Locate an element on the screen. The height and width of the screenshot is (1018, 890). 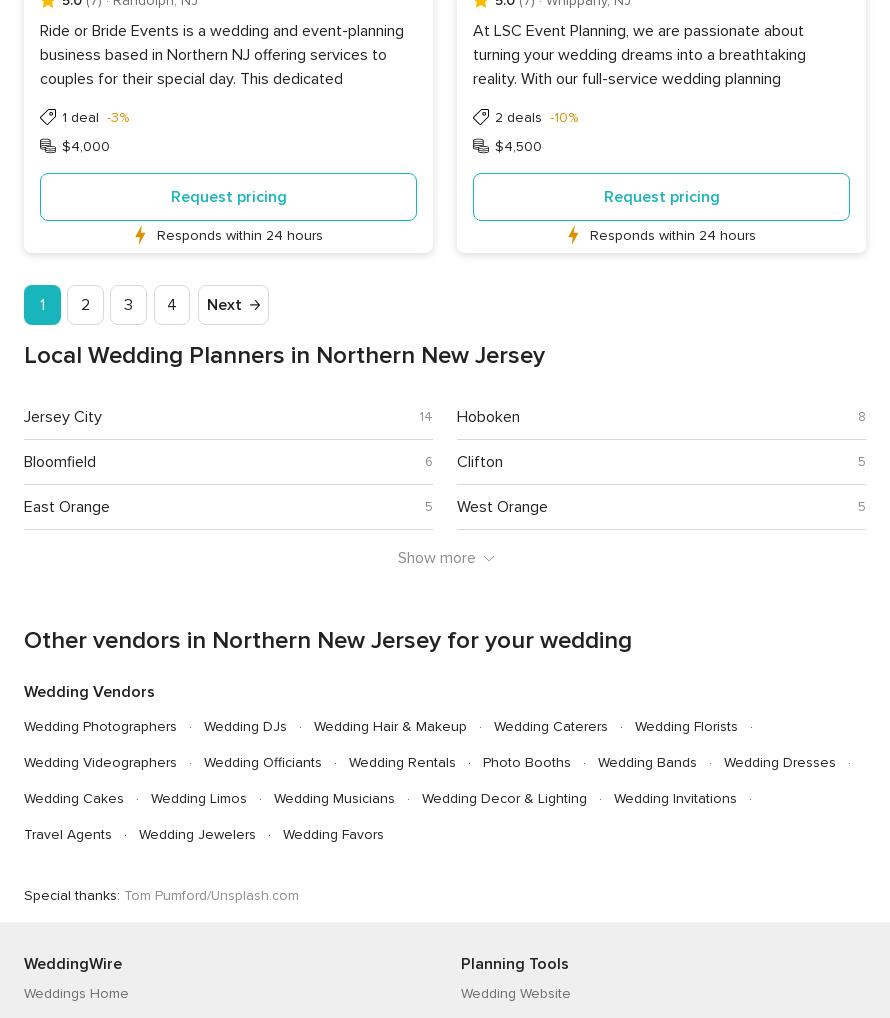
'6' is located at coordinates (427, 460).